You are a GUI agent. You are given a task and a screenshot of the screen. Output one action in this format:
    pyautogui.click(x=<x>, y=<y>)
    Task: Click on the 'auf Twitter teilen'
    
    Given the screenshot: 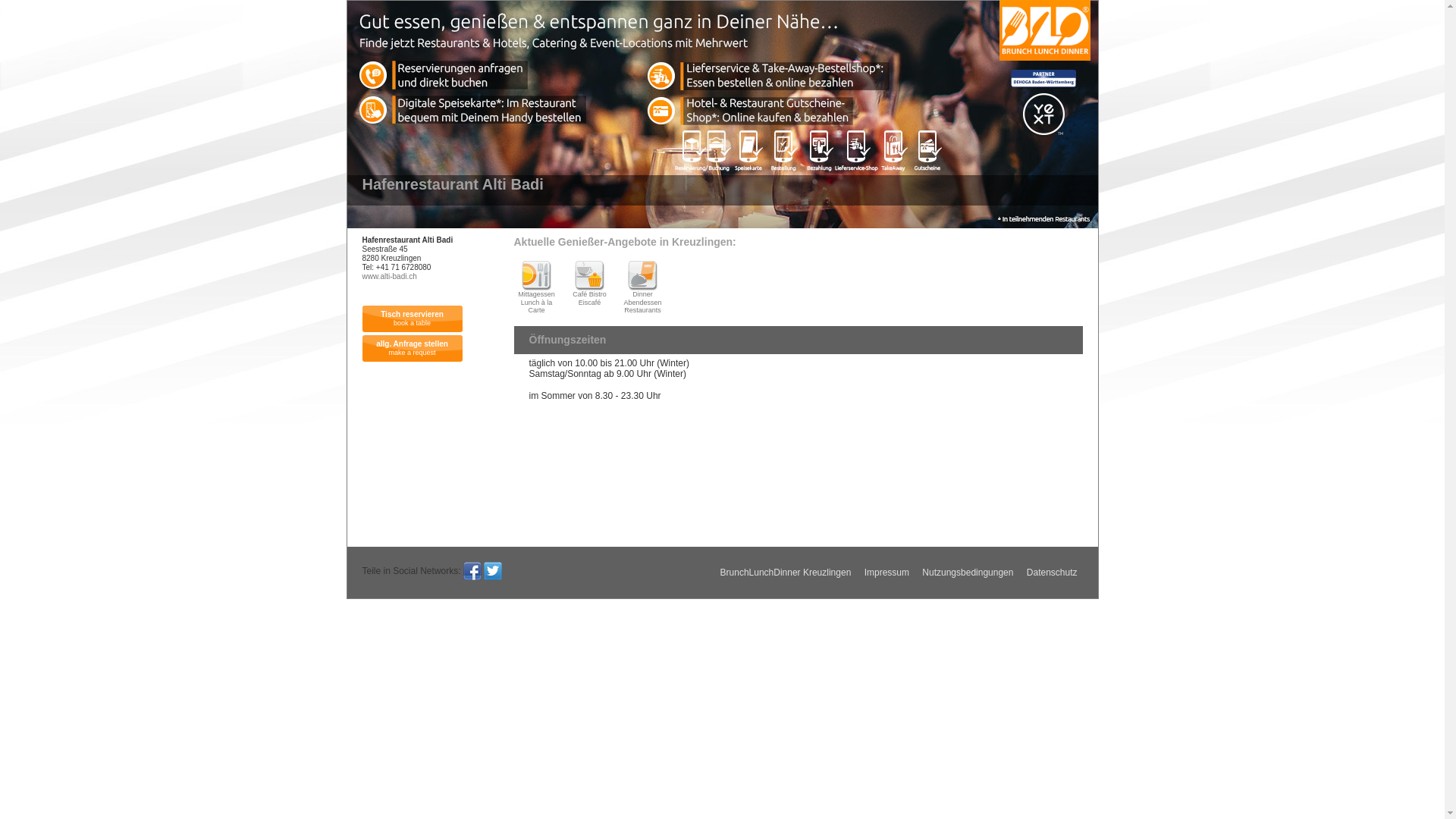 What is the action you would take?
    pyautogui.click(x=483, y=570)
    